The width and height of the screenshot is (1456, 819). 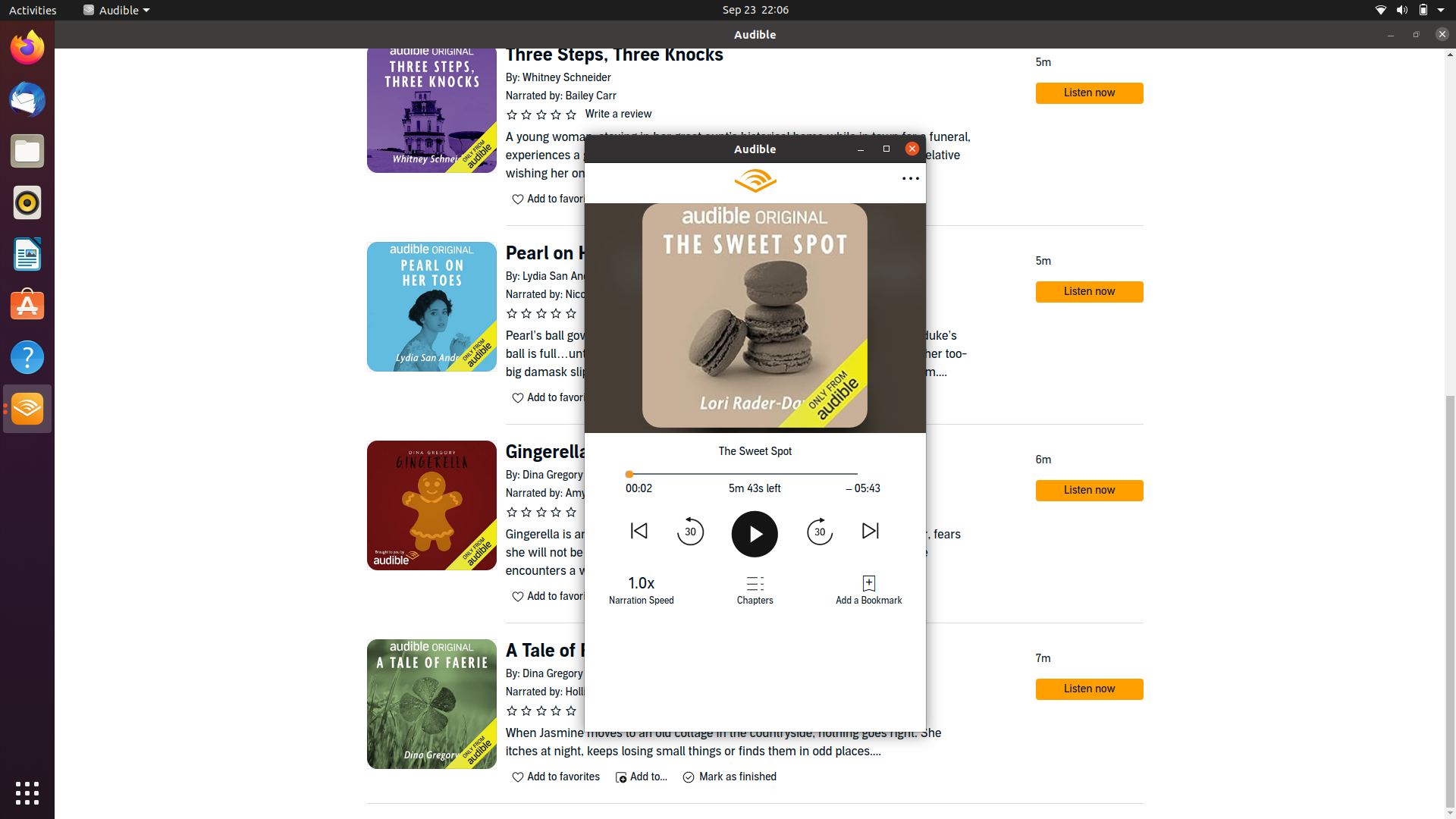 What do you see at coordinates (909, 178) in the screenshot?
I see `the preceding item in the additional options list` at bounding box center [909, 178].